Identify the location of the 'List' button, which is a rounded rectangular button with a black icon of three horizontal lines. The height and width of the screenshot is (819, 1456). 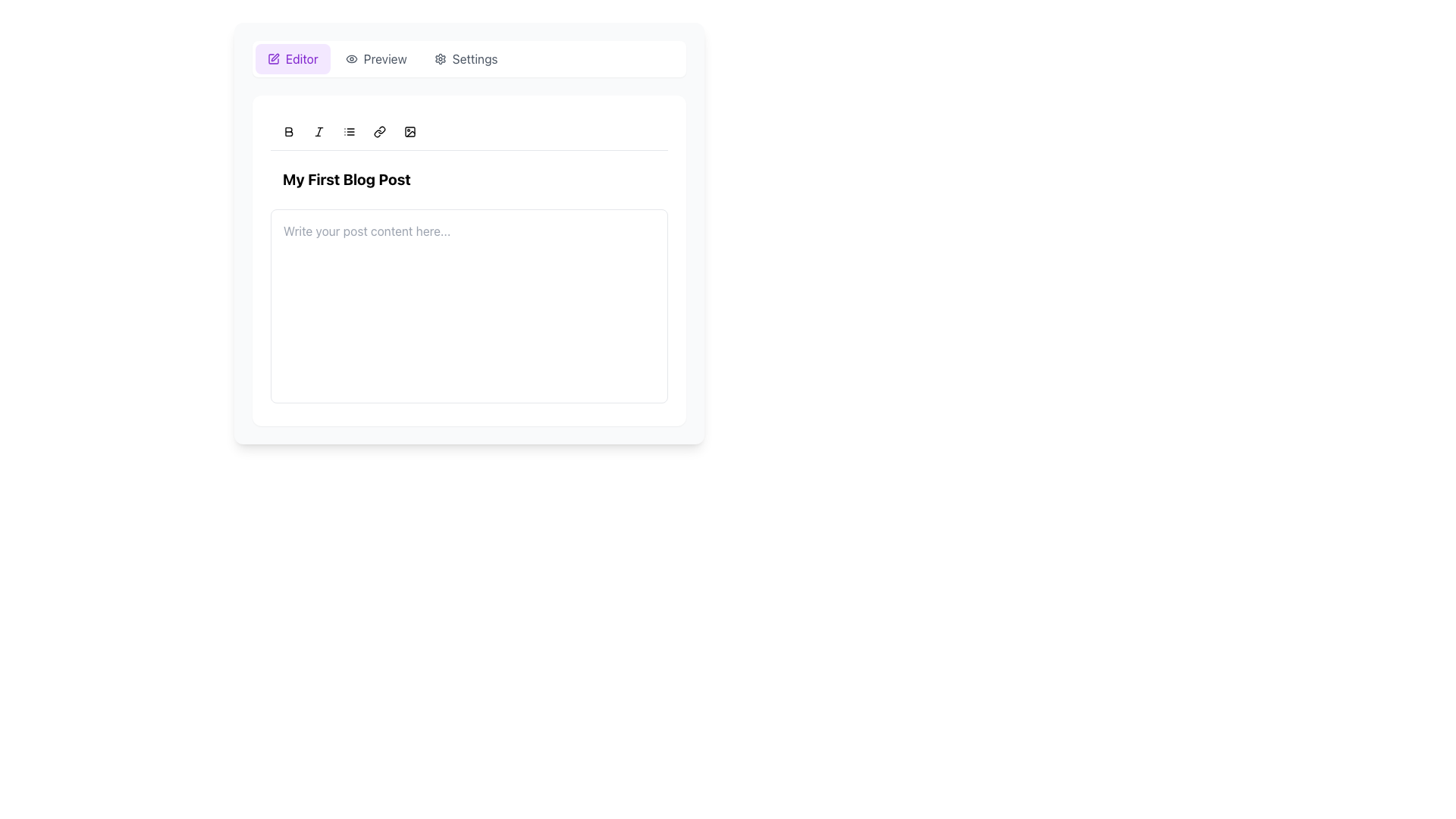
(348, 130).